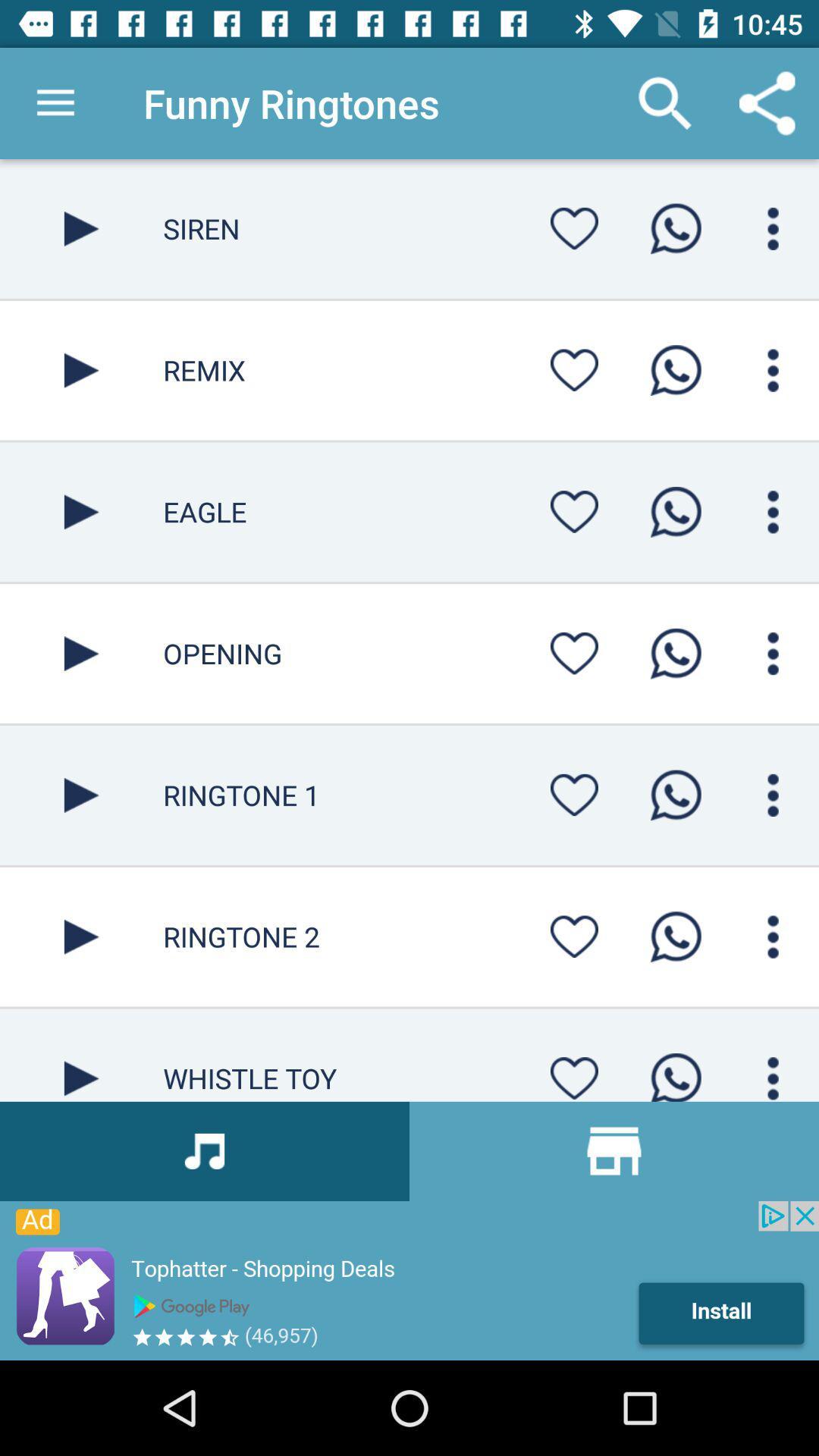  What do you see at coordinates (574, 936) in the screenshot?
I see `favorite` at bounding box center [574, 936].